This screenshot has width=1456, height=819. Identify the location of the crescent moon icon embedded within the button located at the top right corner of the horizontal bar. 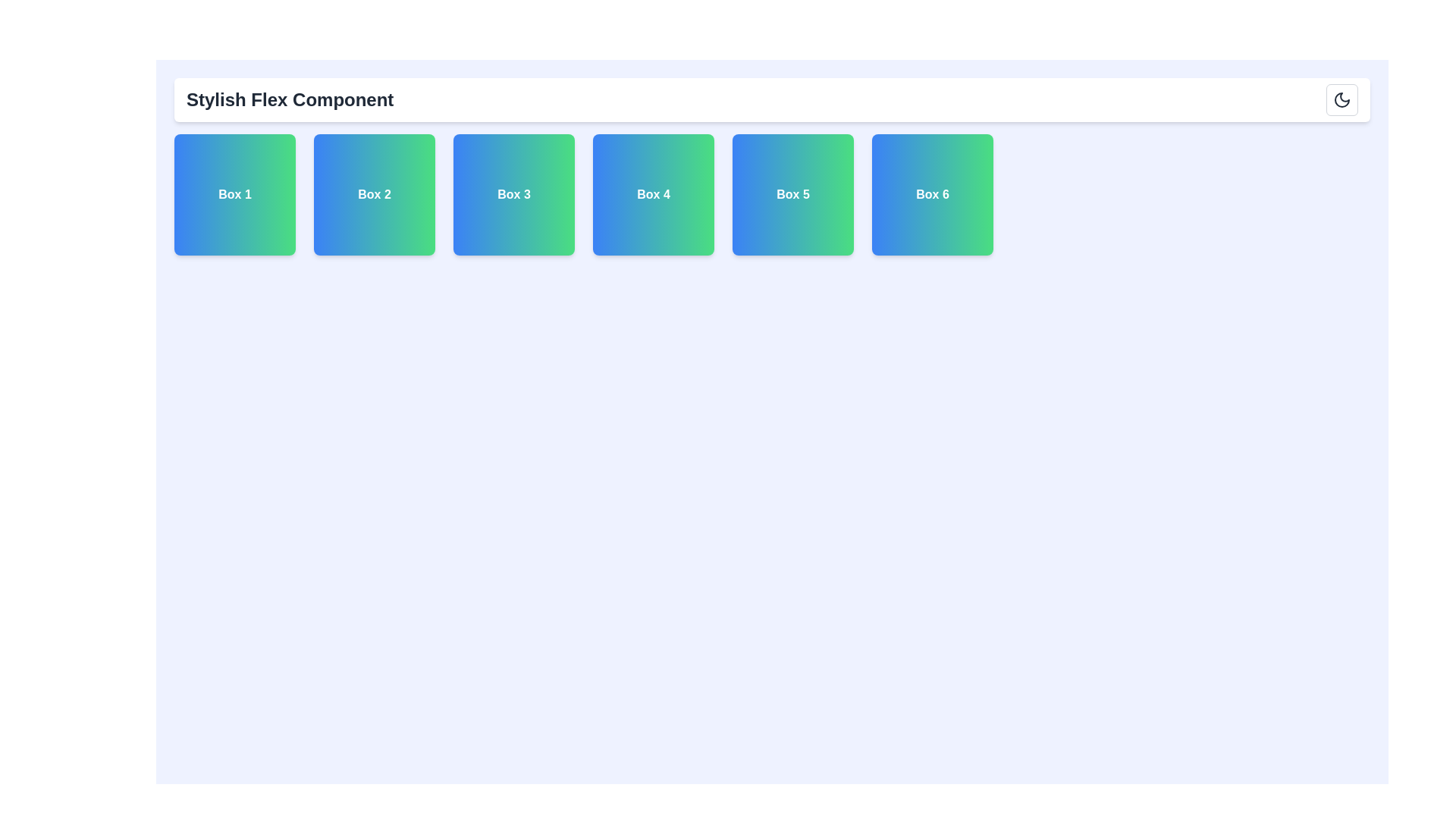
(1342, 99).